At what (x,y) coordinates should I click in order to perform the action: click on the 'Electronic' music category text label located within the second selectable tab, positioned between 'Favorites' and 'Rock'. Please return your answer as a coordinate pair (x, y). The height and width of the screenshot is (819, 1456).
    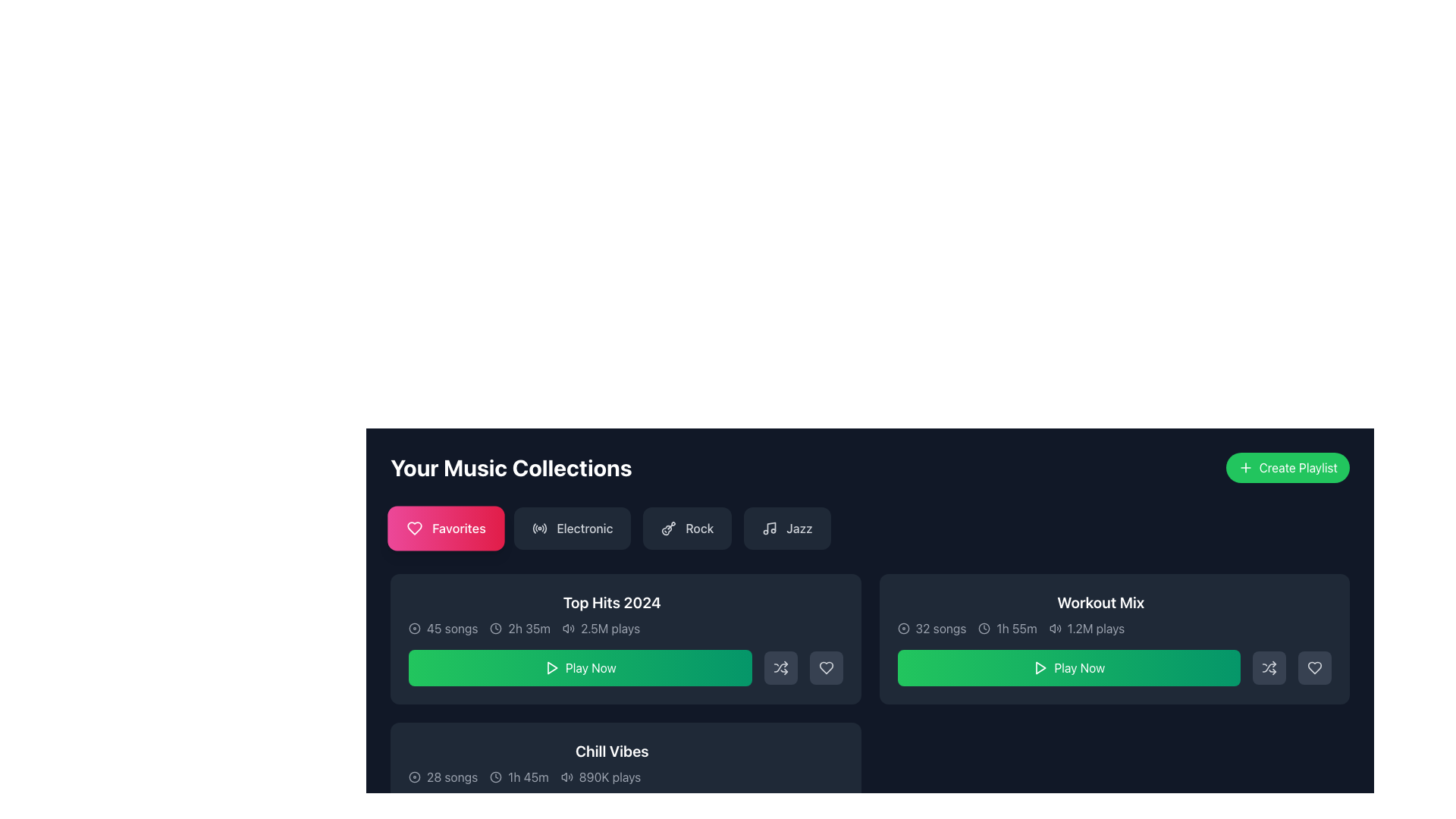
    Looking at the image, I should click on (584, 528).